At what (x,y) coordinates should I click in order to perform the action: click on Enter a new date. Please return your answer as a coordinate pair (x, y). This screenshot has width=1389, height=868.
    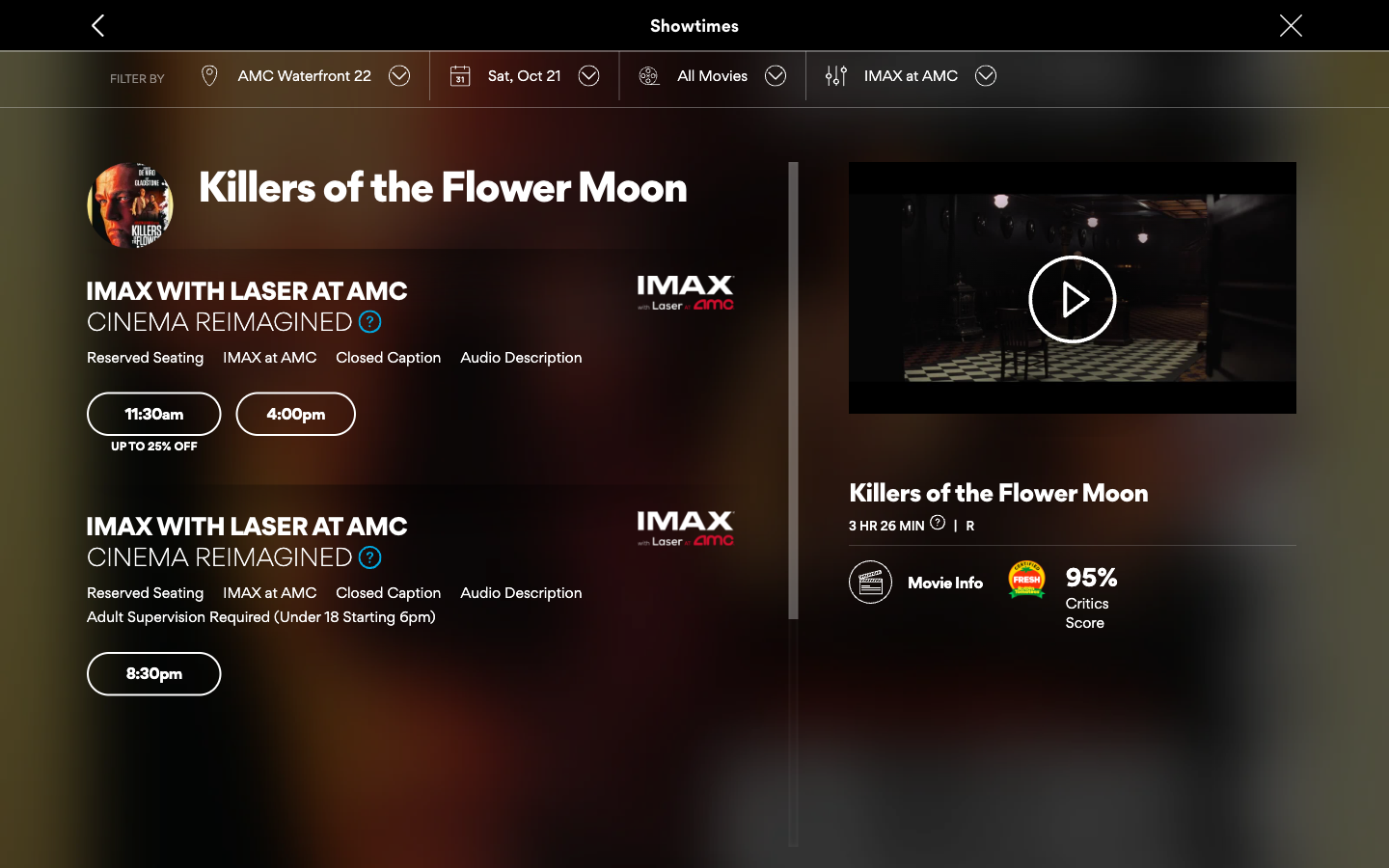
    Looking at the image, I should click on (524, 74).